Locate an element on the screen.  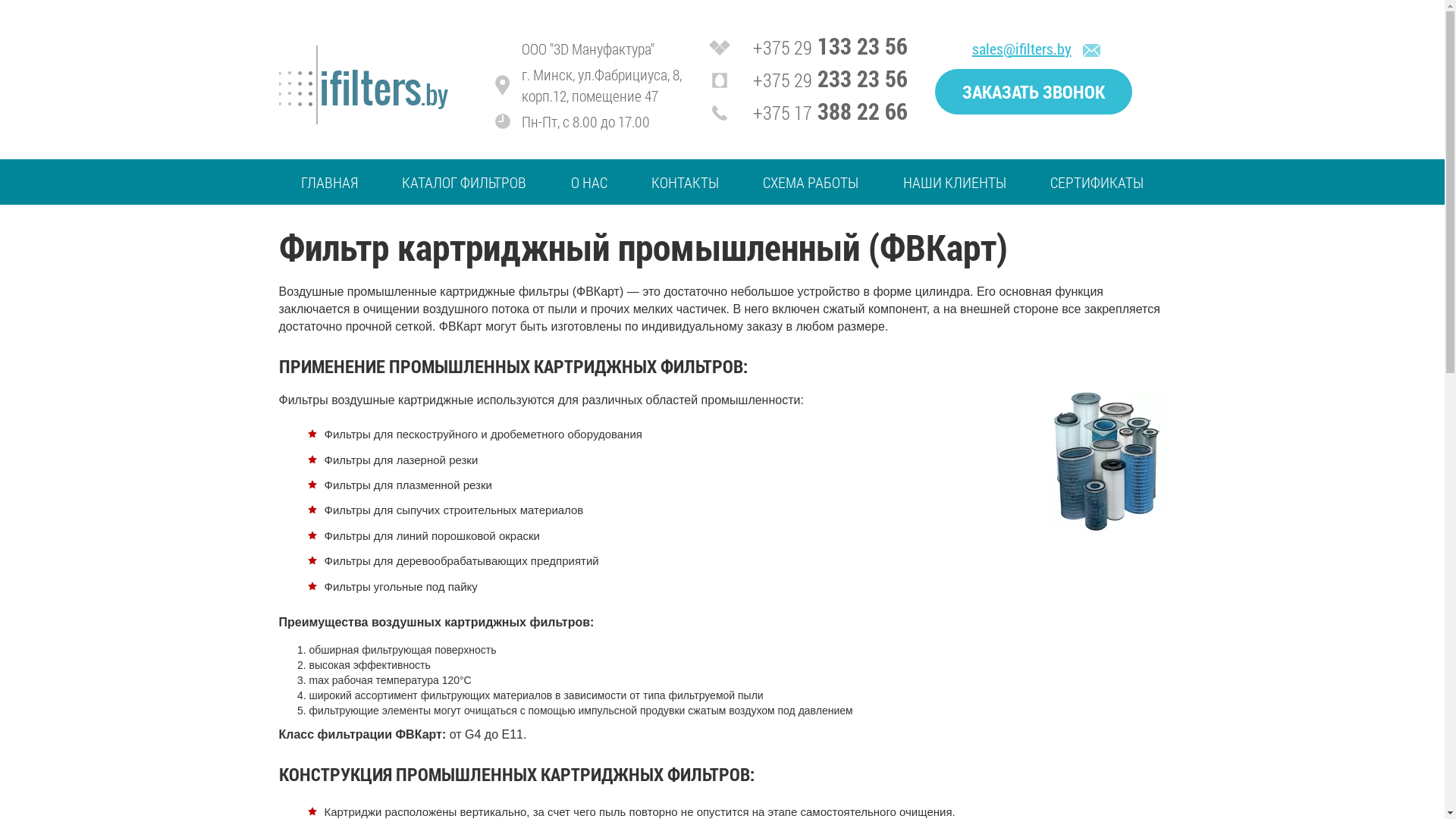
'sales@ifilters.by' is located at coordinates (1021, 48).